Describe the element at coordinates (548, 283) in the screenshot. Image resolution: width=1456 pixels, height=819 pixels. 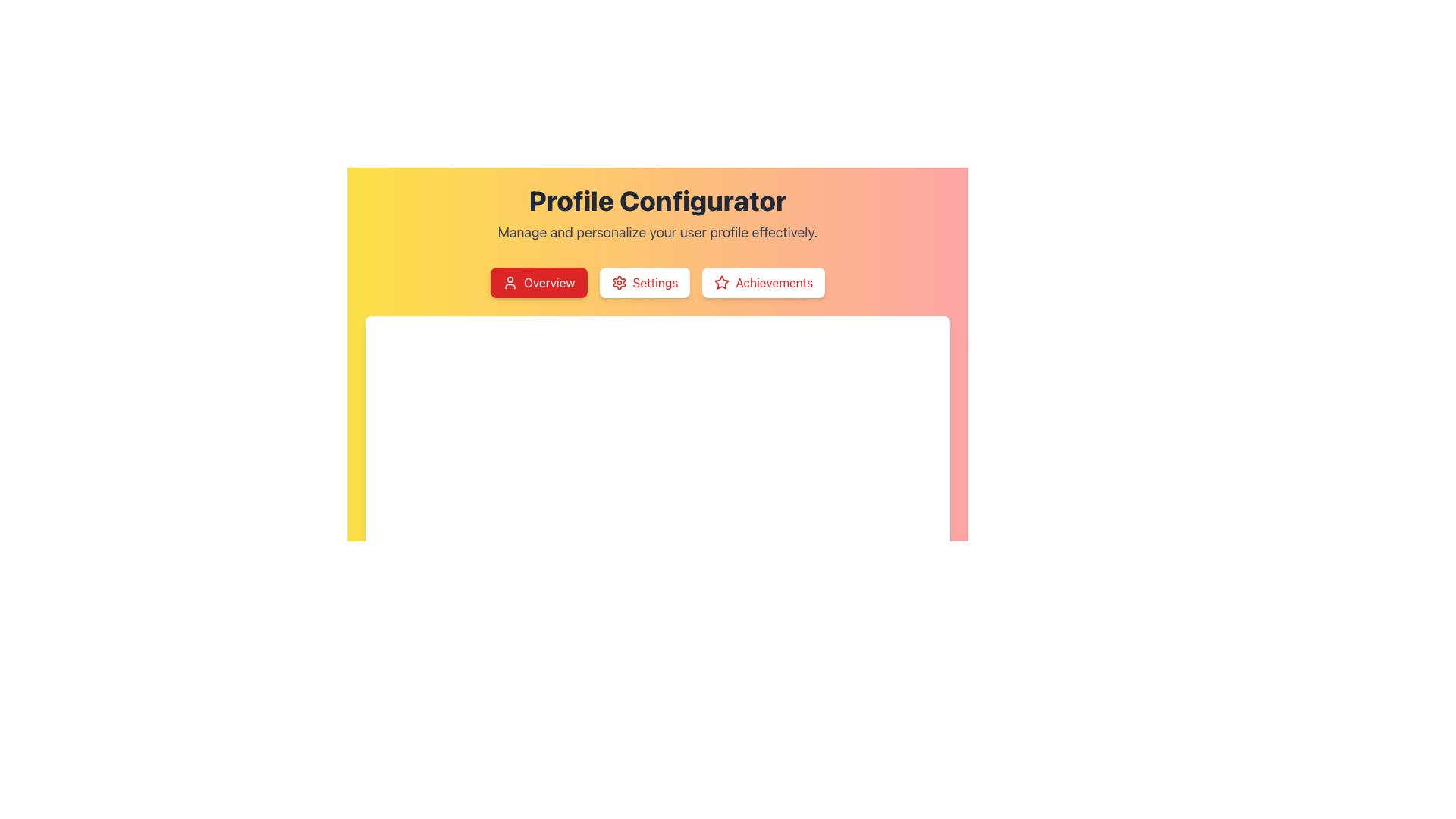
I see `the 'Overview' text label within the leftmost button under the 'Profile Configurator' heading to activate its functionality` at that location.